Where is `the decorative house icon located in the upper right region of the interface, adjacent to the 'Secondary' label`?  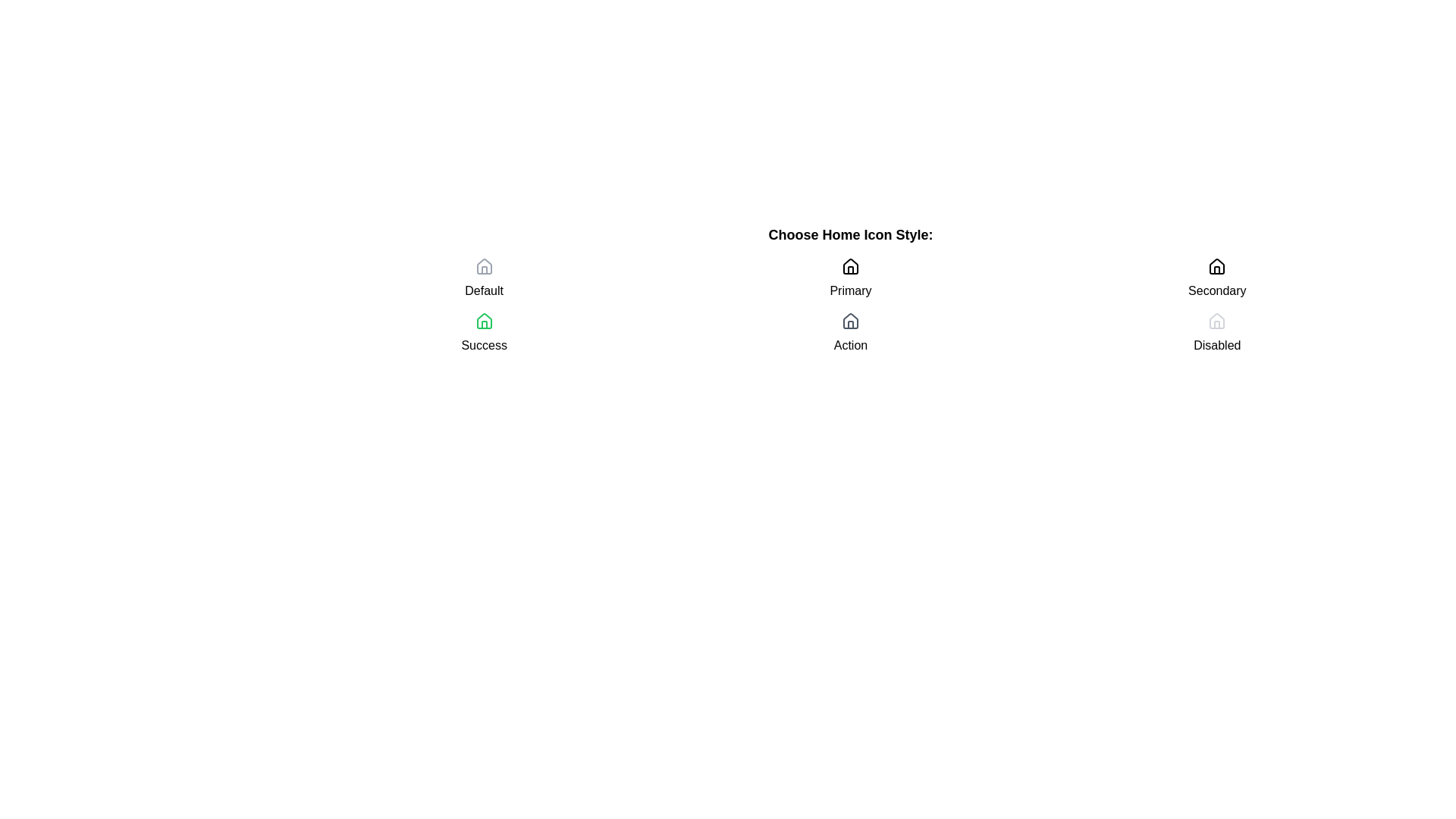
the decorative house icon located in the upper right region of the interface, adjacent to the 'Secondary' label is located at coordinates (483, 265).